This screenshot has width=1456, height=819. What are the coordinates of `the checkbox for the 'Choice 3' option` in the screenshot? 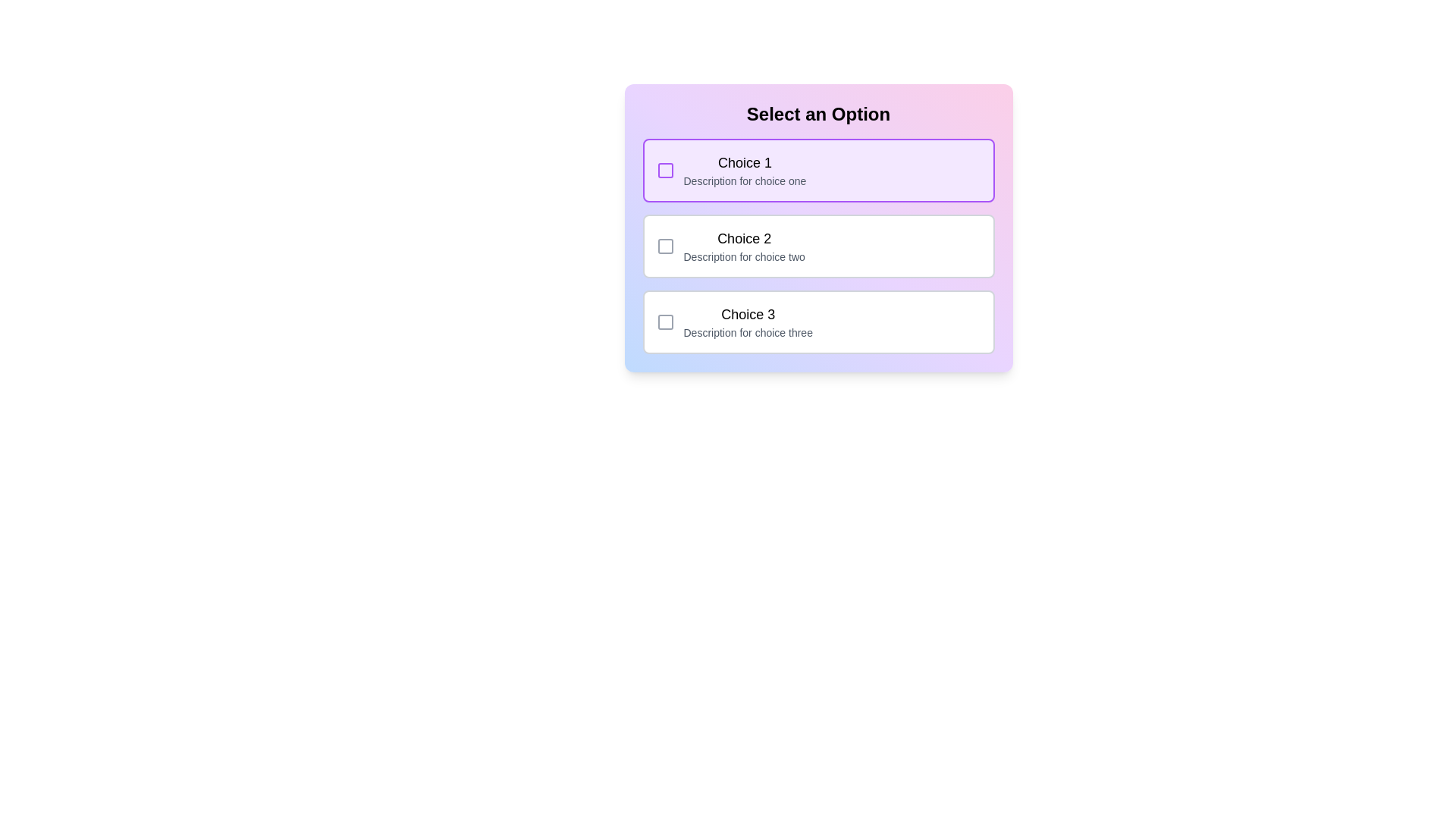 It's located at (665, 321).